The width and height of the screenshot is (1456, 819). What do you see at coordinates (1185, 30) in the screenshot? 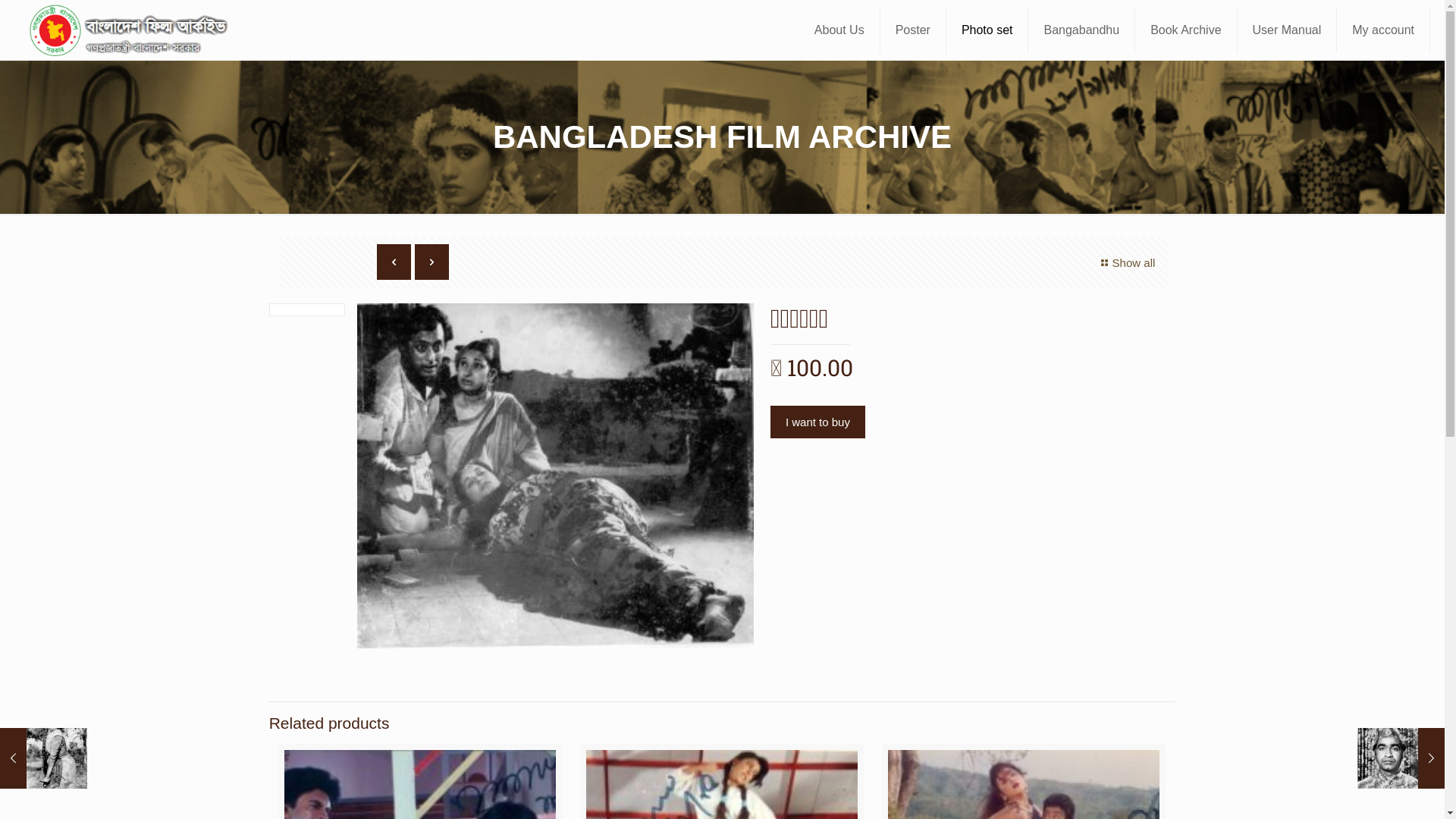
I see `'Book Archive'` at bounding box center [1185, 30].